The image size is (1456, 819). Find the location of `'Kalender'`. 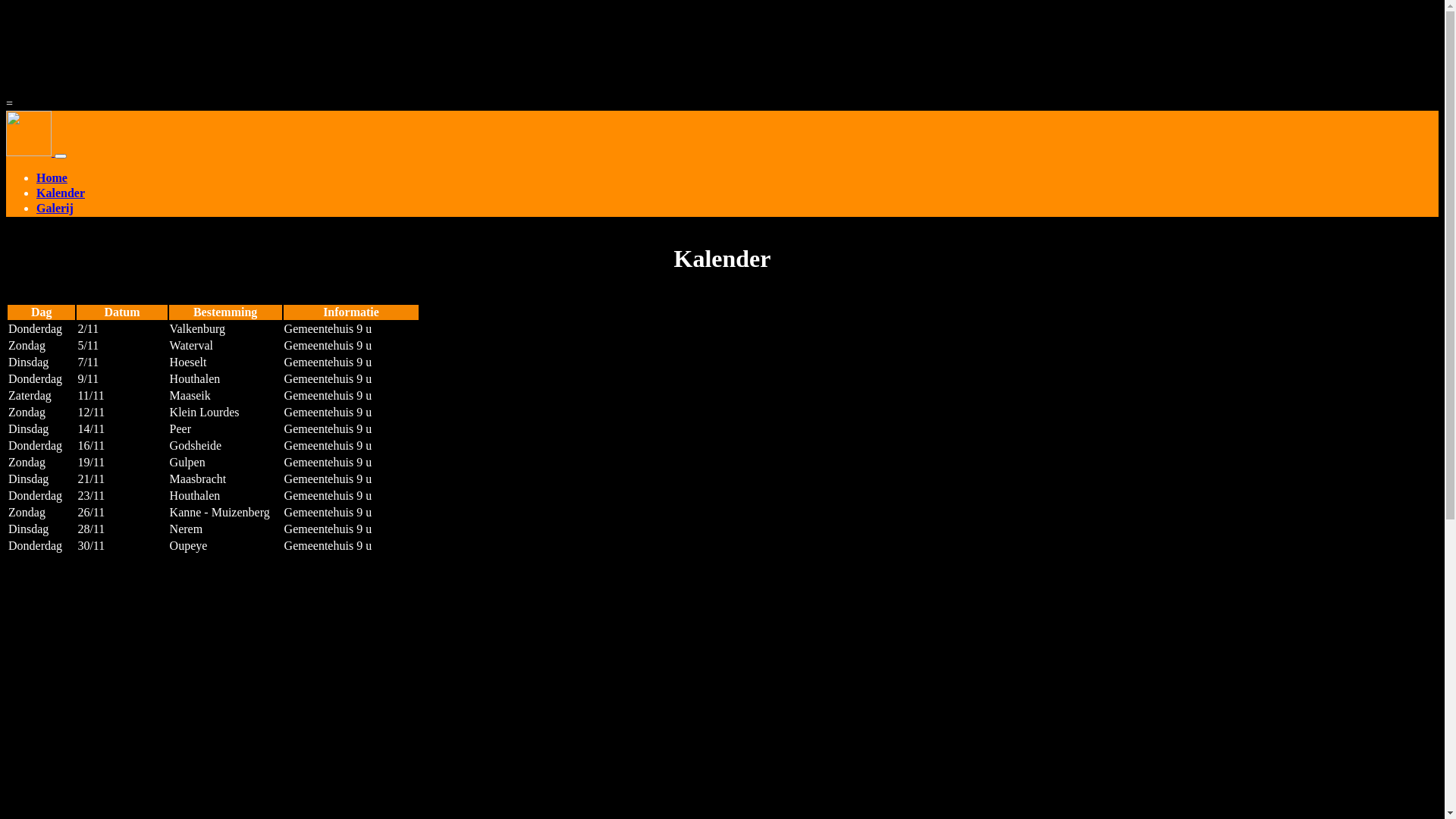

'Kalender' is located at coordinates (737, 193).